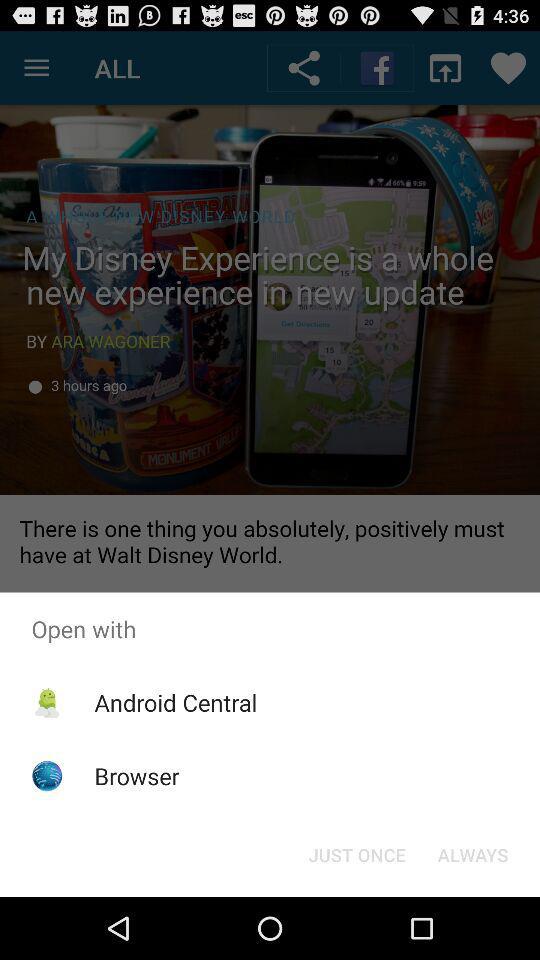 The width and height of the screenshot is (540, 960). I want to click on just once, so click(356, 853).